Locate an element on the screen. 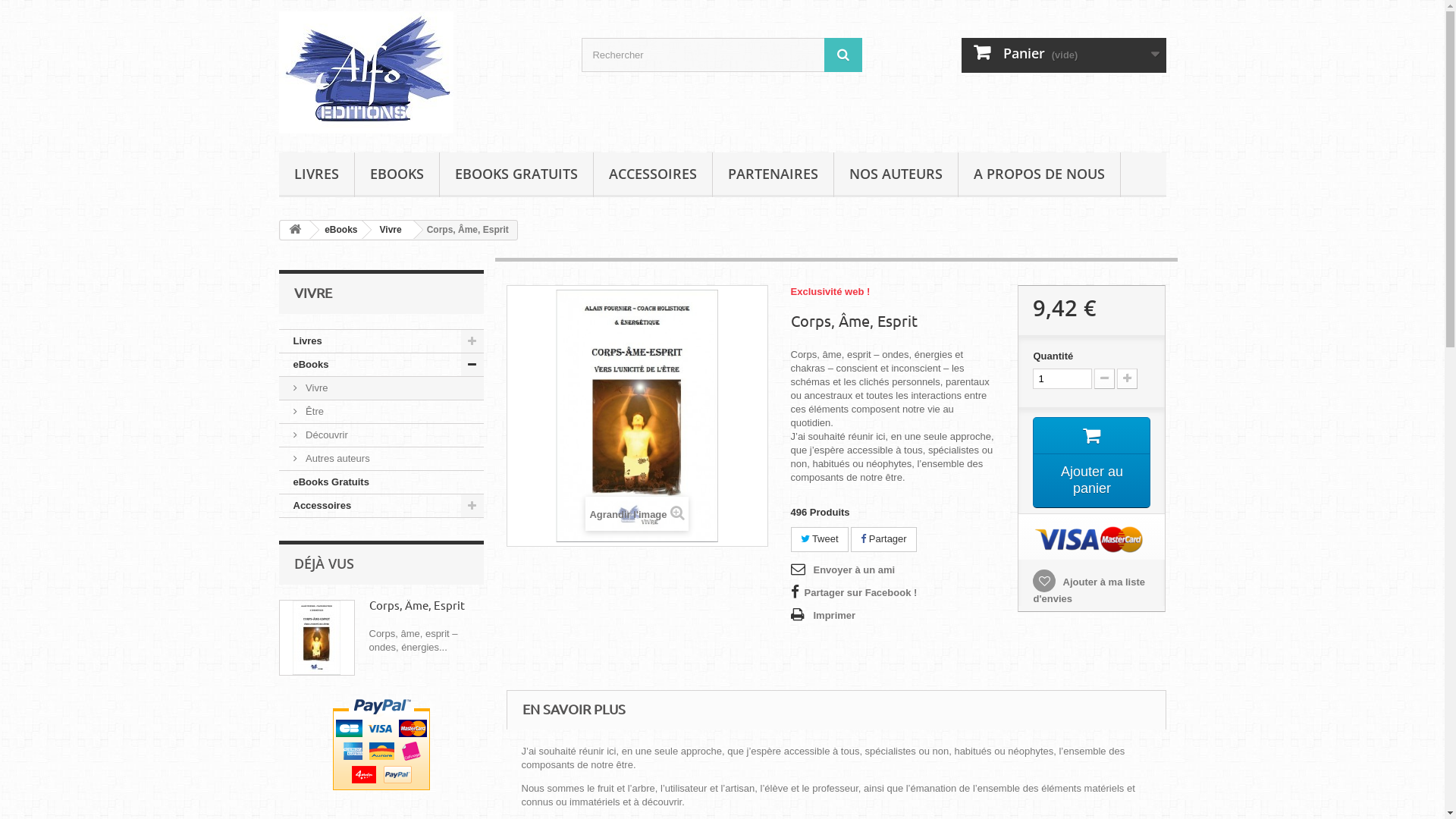  'Panier (vide)' is located at coordinates (1062, 55).